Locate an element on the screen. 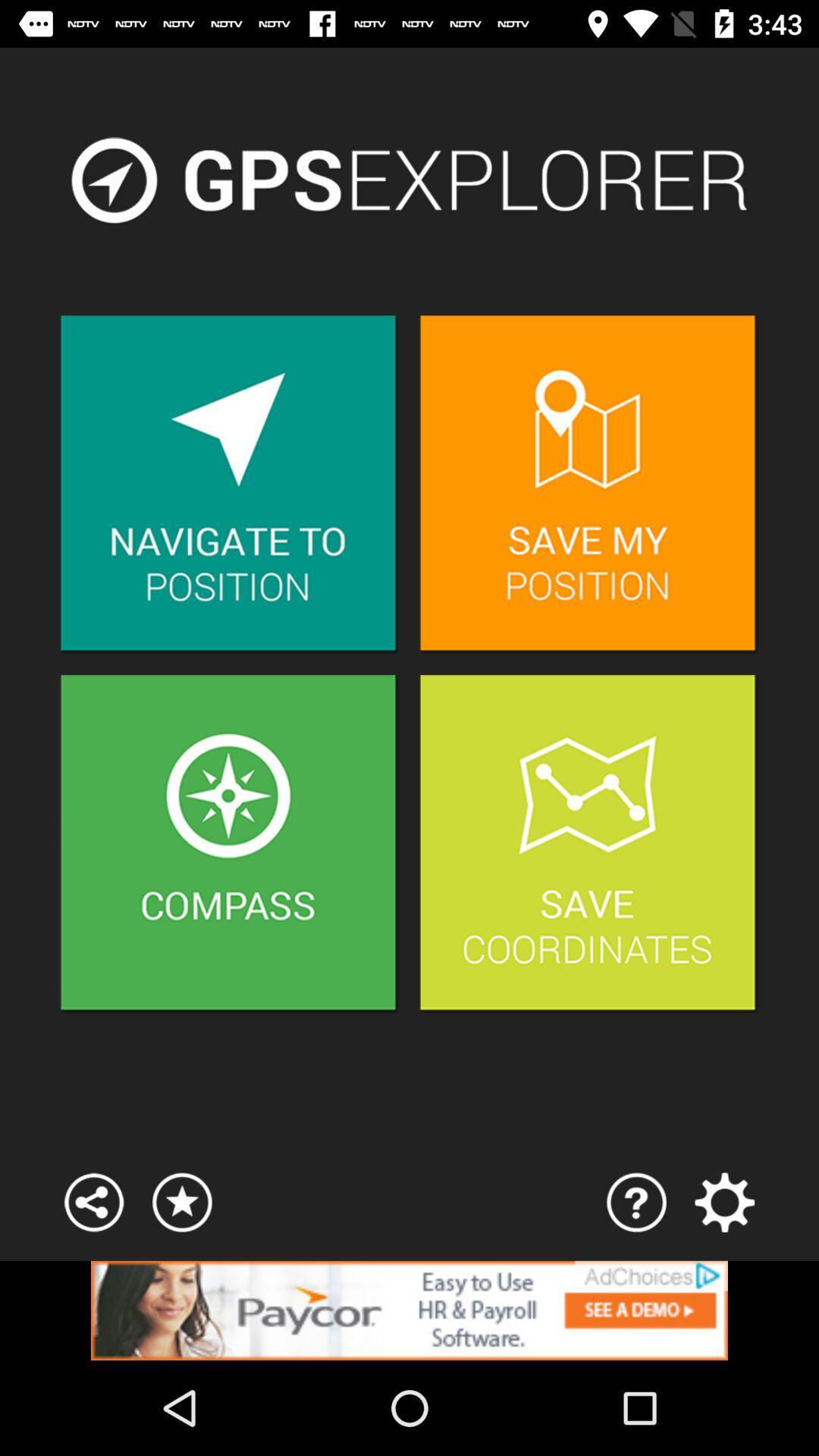 The image size is (819, 1456). button image is located at coordinates (588, 843).